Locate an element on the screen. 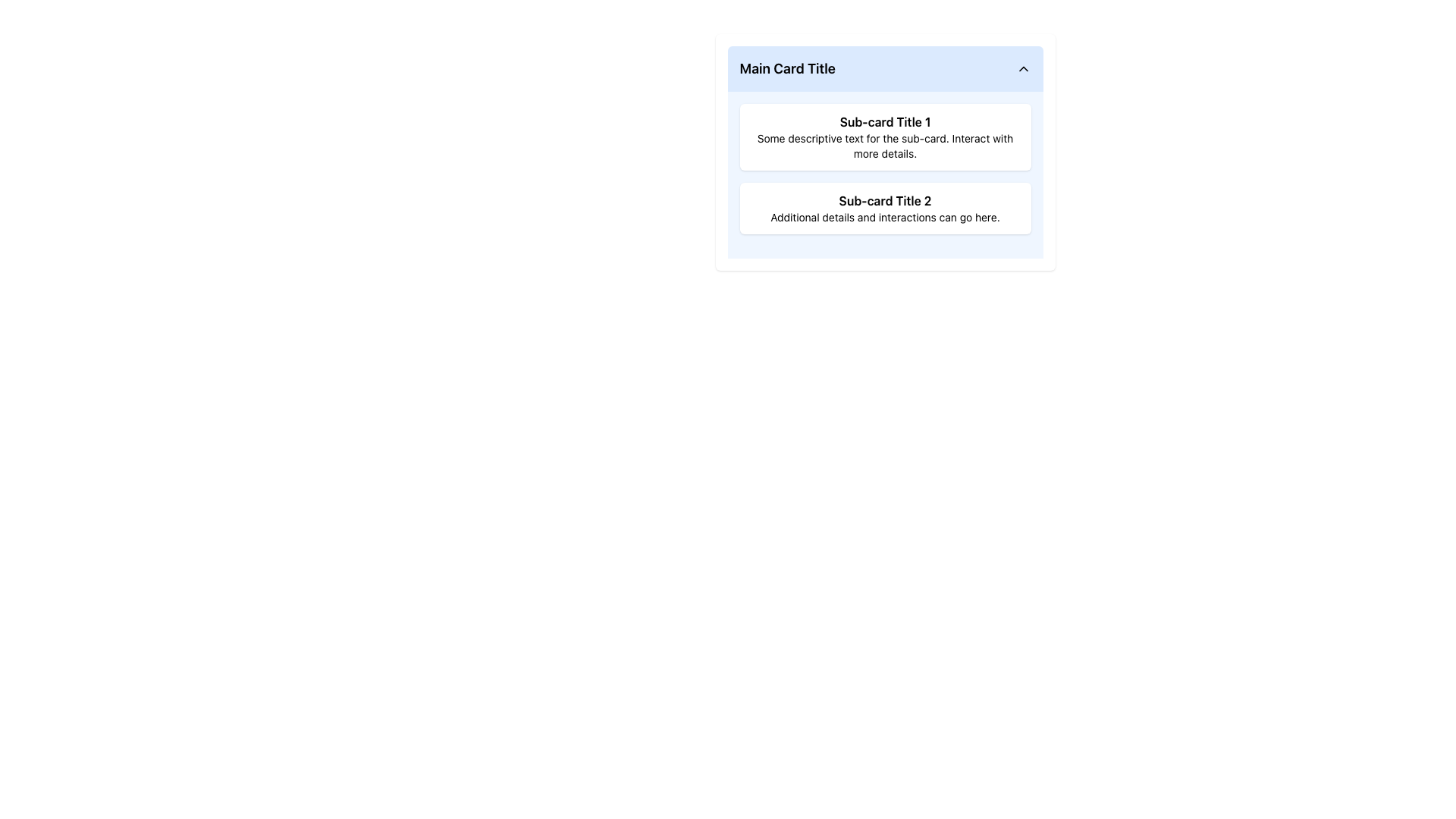 The width and height of the screenshot is (1456, 819). the upward-pointing triangular button in the upper-right corner of the light blue header section of the card titled 'Main Card Title' is located at coordinates (1023, 69).